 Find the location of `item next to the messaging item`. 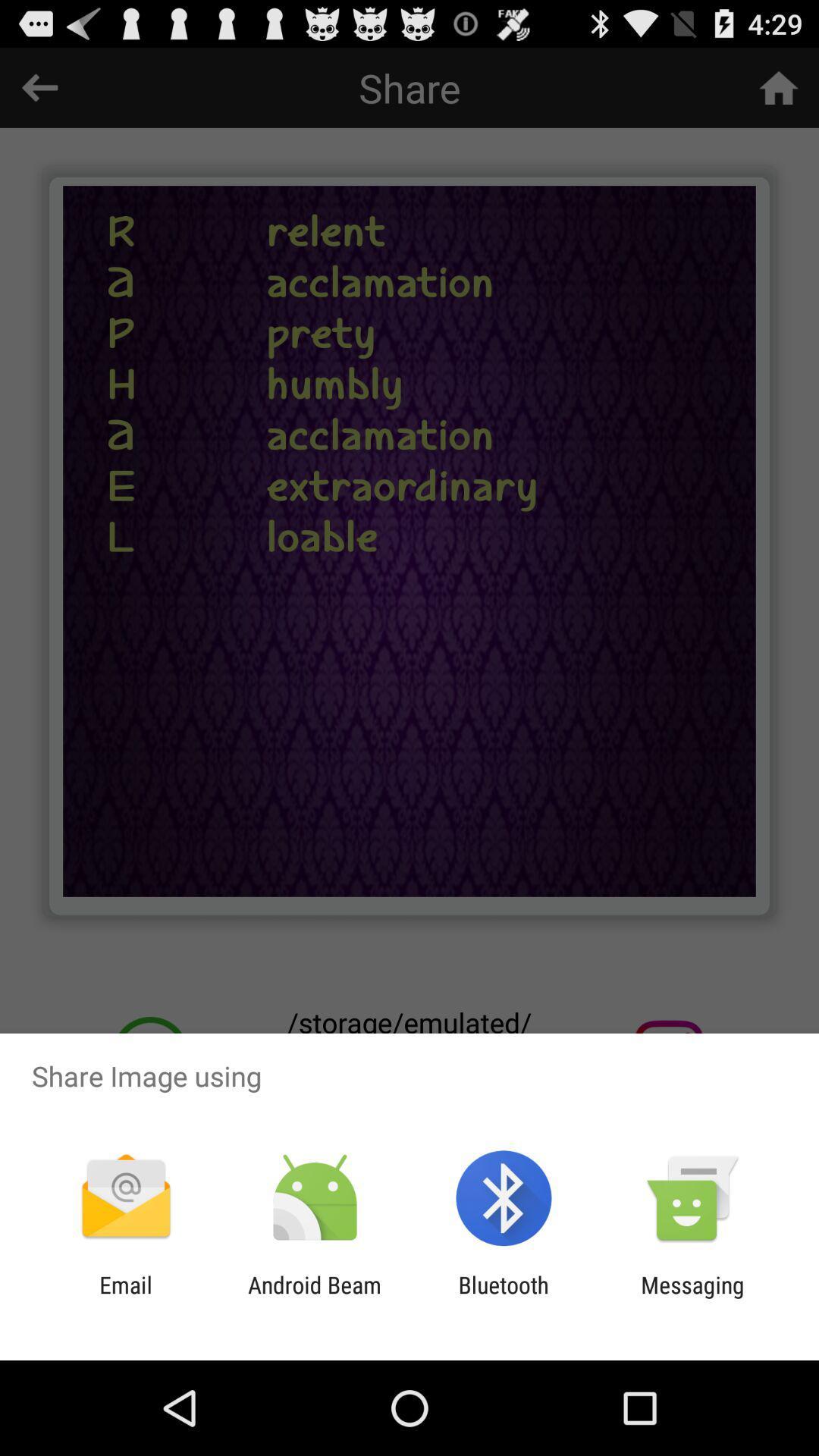

item next to the messaging item is located at coordinates (504, 1298).